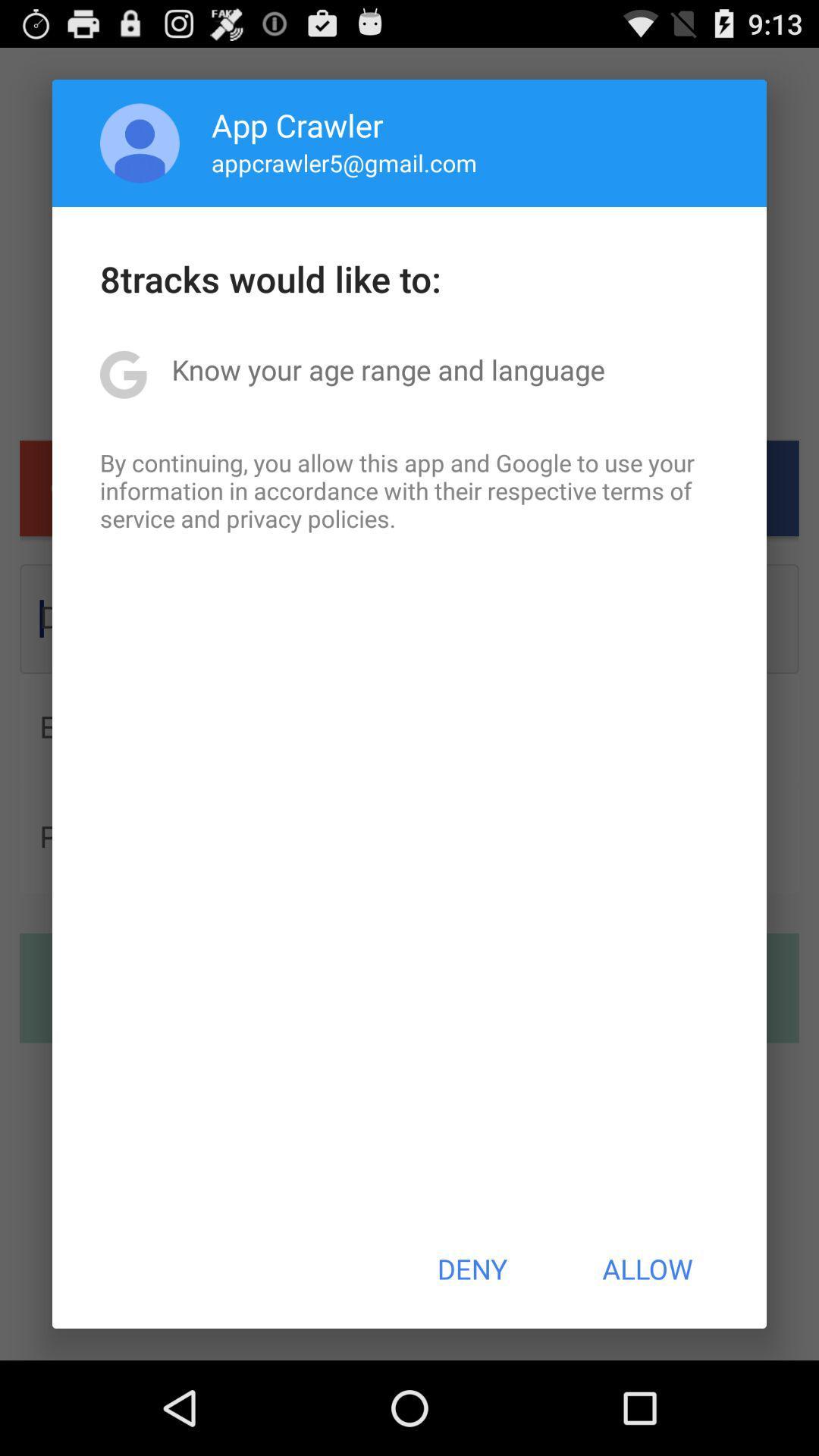 The image size is (819, 1456). What do you see at coordinates (344, 162) in the screenshot?
I see `the icon above the 8tracks would like icon` at bounding box center [344, 162].